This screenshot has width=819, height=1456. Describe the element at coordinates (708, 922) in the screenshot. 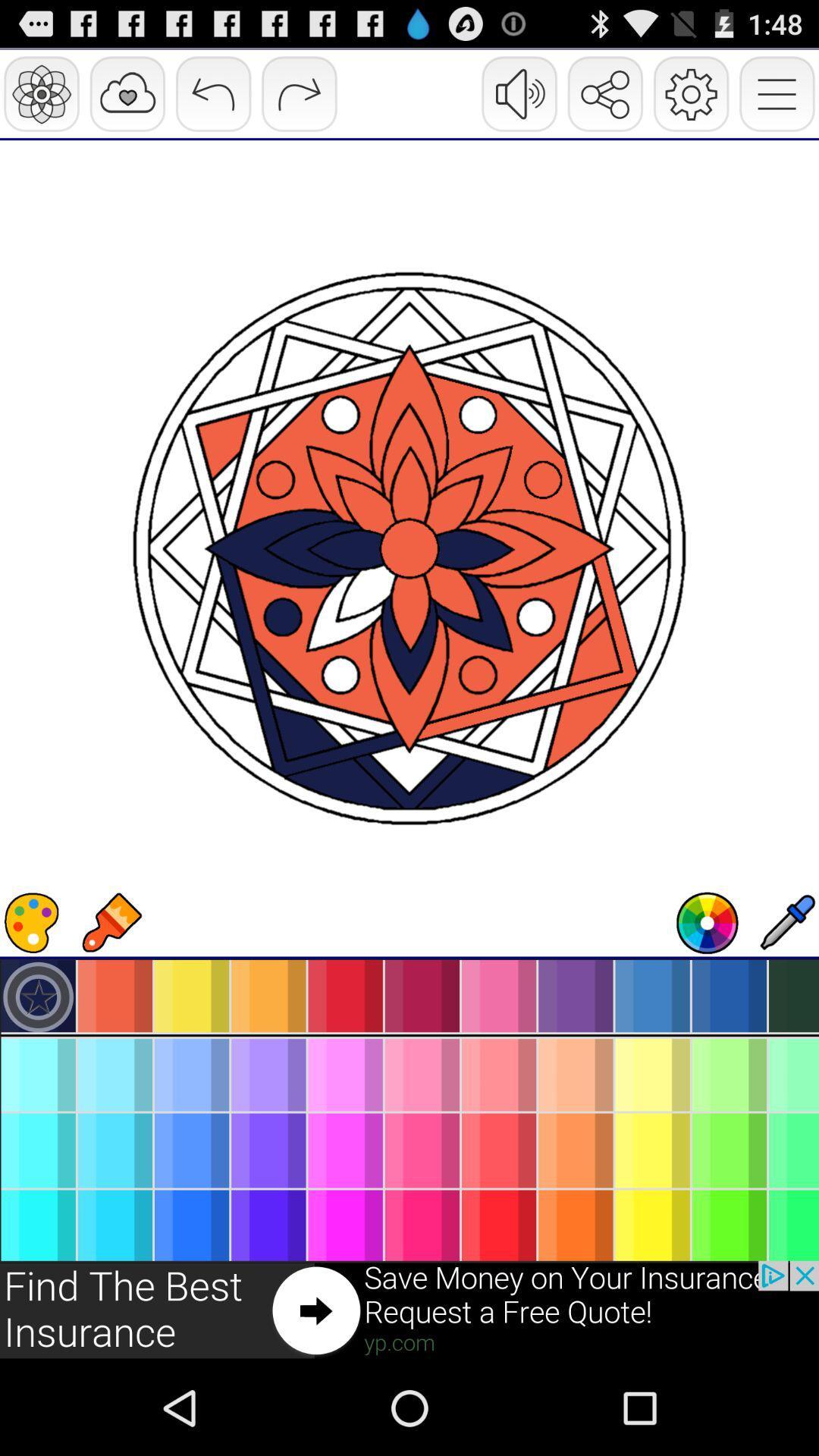

I see `auto coloring` at that location.